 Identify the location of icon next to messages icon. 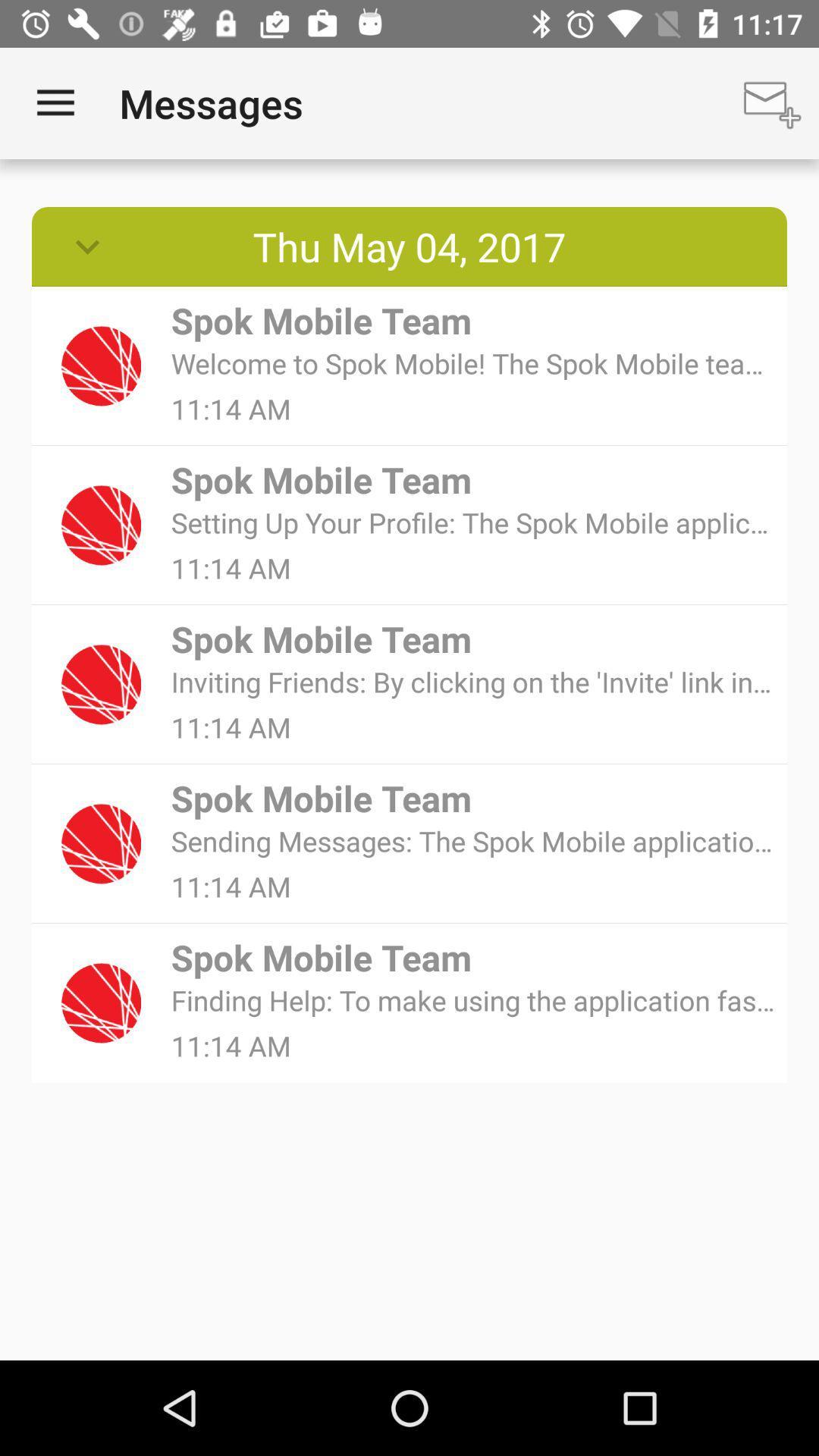
(55, 102).